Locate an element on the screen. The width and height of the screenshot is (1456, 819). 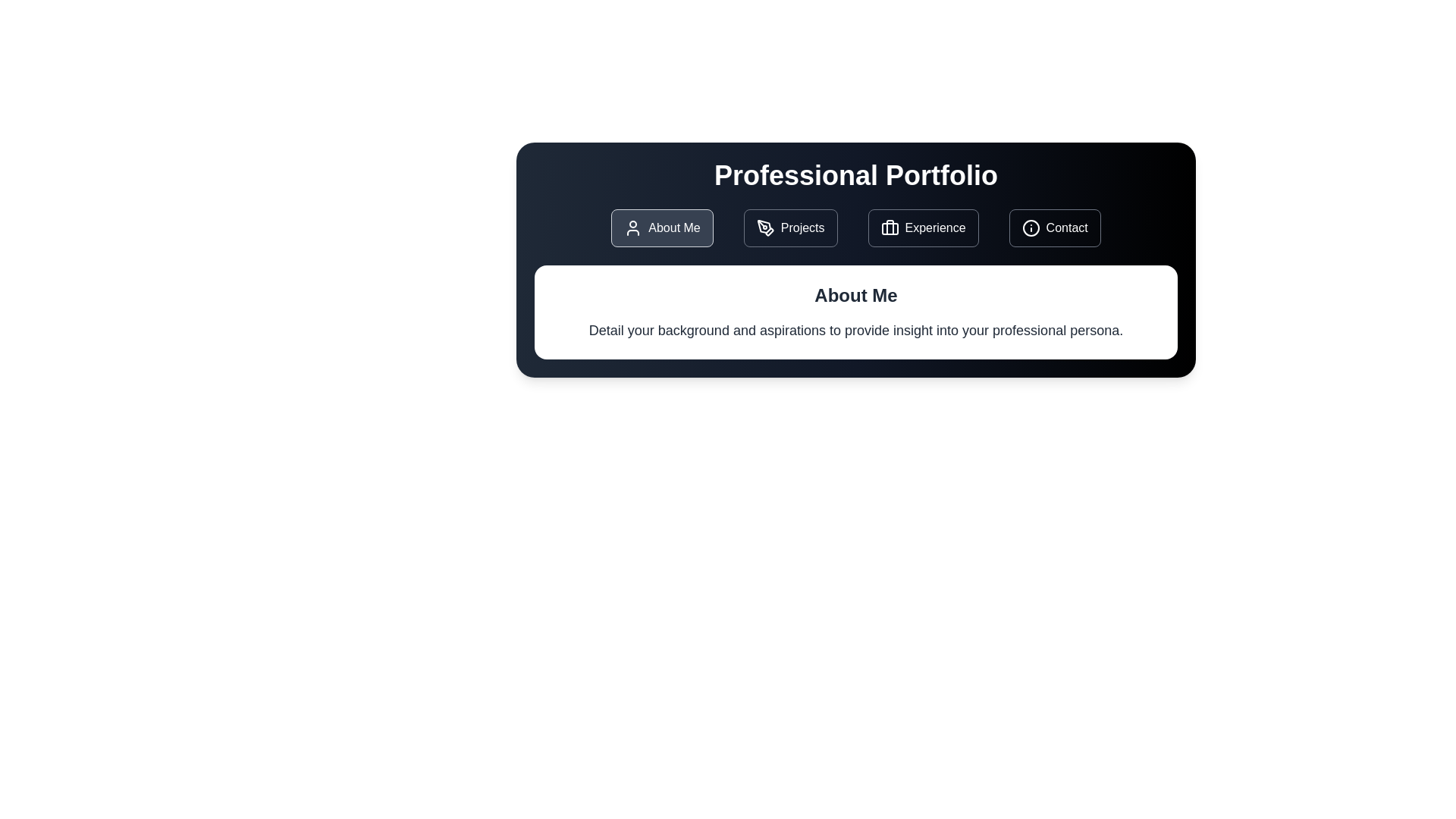
the SVG graphic representing a briefcase, which is the third element in the navigation bar under 'Professional Portfolio.' is located at coordinates (890, 228).